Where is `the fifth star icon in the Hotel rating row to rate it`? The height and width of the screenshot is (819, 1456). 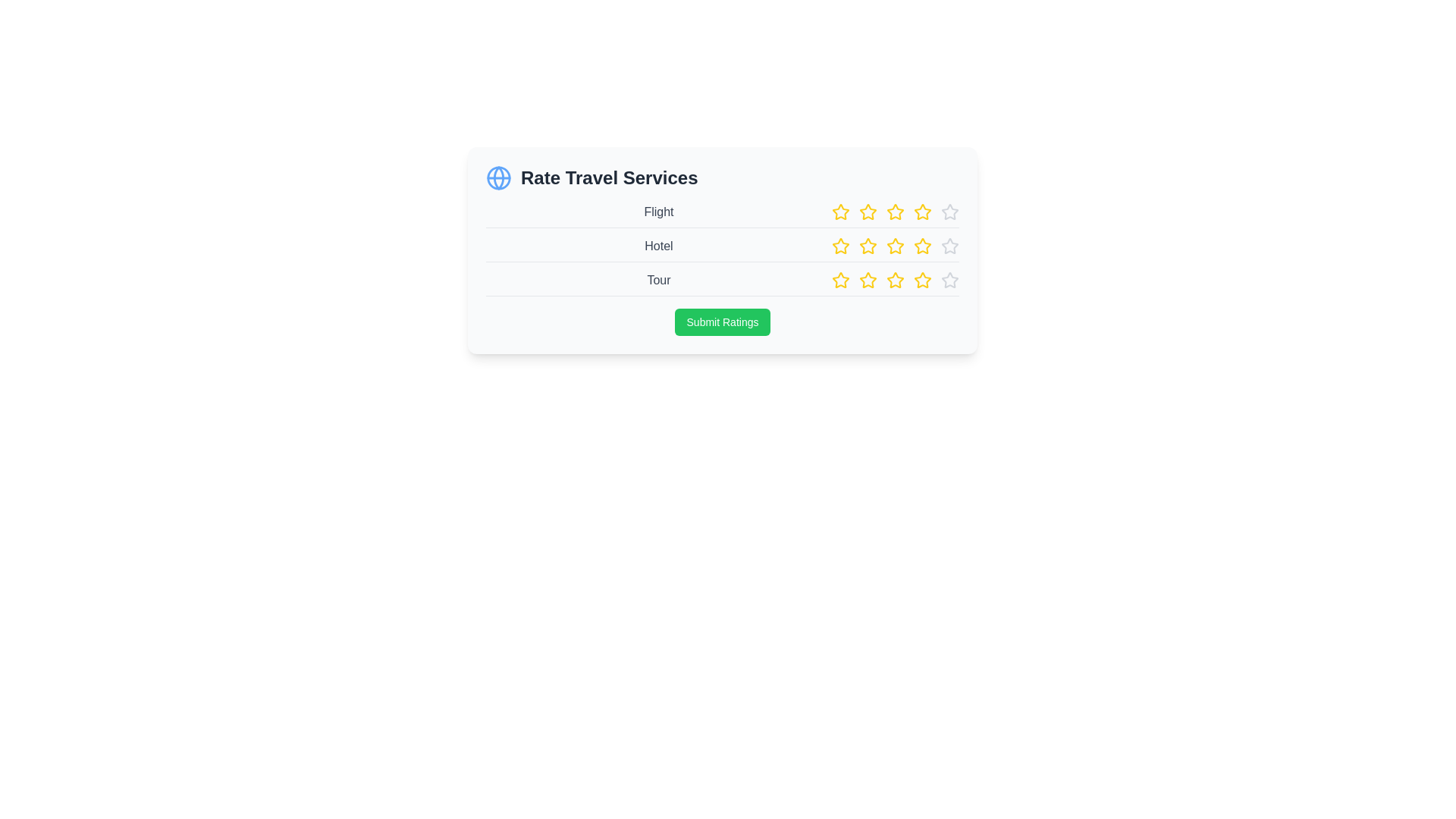
the fifth star icon in the Hotel rating row to rate it is located at coordinates (949, 245).